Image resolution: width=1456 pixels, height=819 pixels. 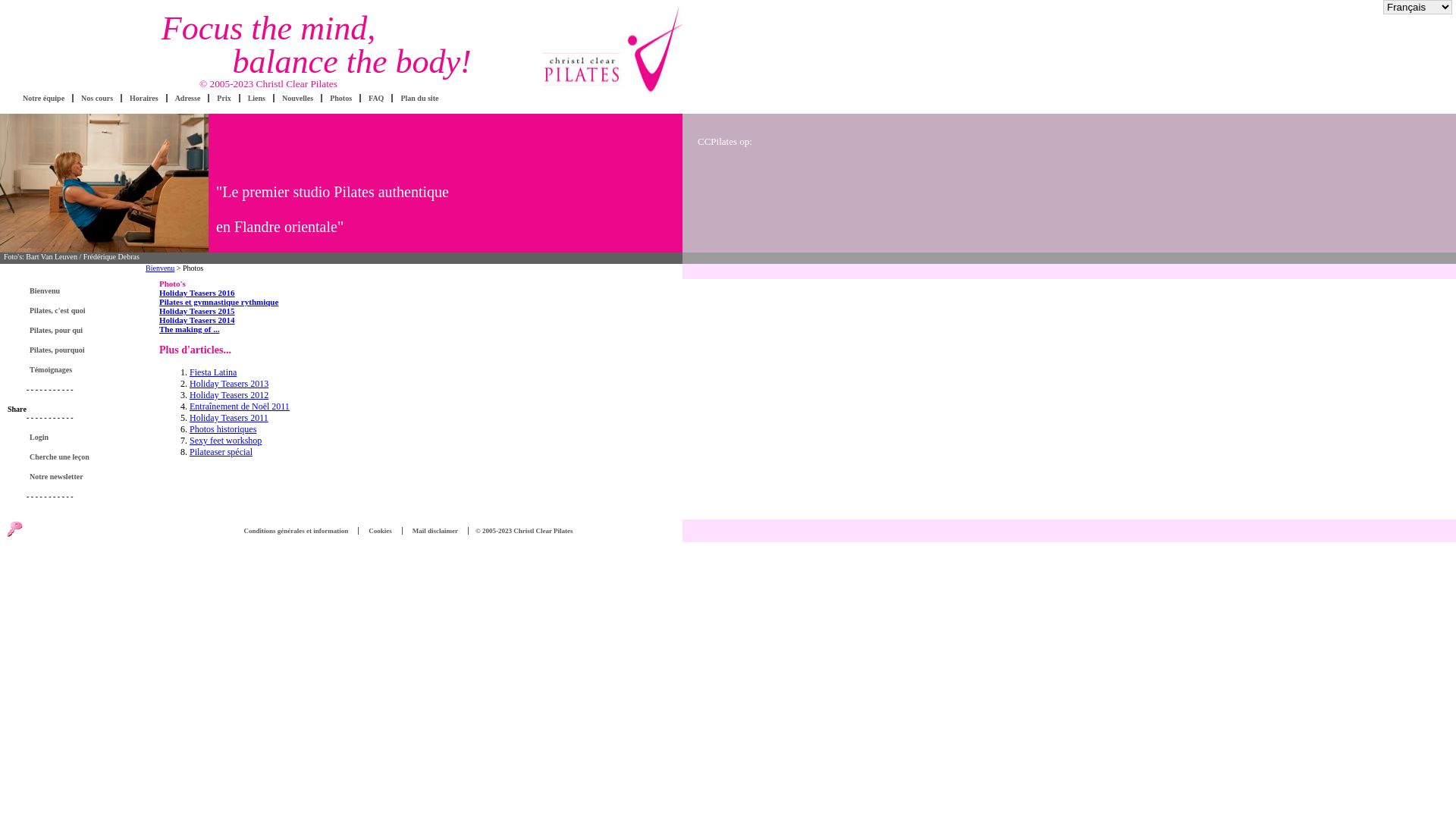 What do you see at coordinates (224, 441) in the screenshot?
I see `'Sexy feet workshop'` at bounding box center [224, 441].